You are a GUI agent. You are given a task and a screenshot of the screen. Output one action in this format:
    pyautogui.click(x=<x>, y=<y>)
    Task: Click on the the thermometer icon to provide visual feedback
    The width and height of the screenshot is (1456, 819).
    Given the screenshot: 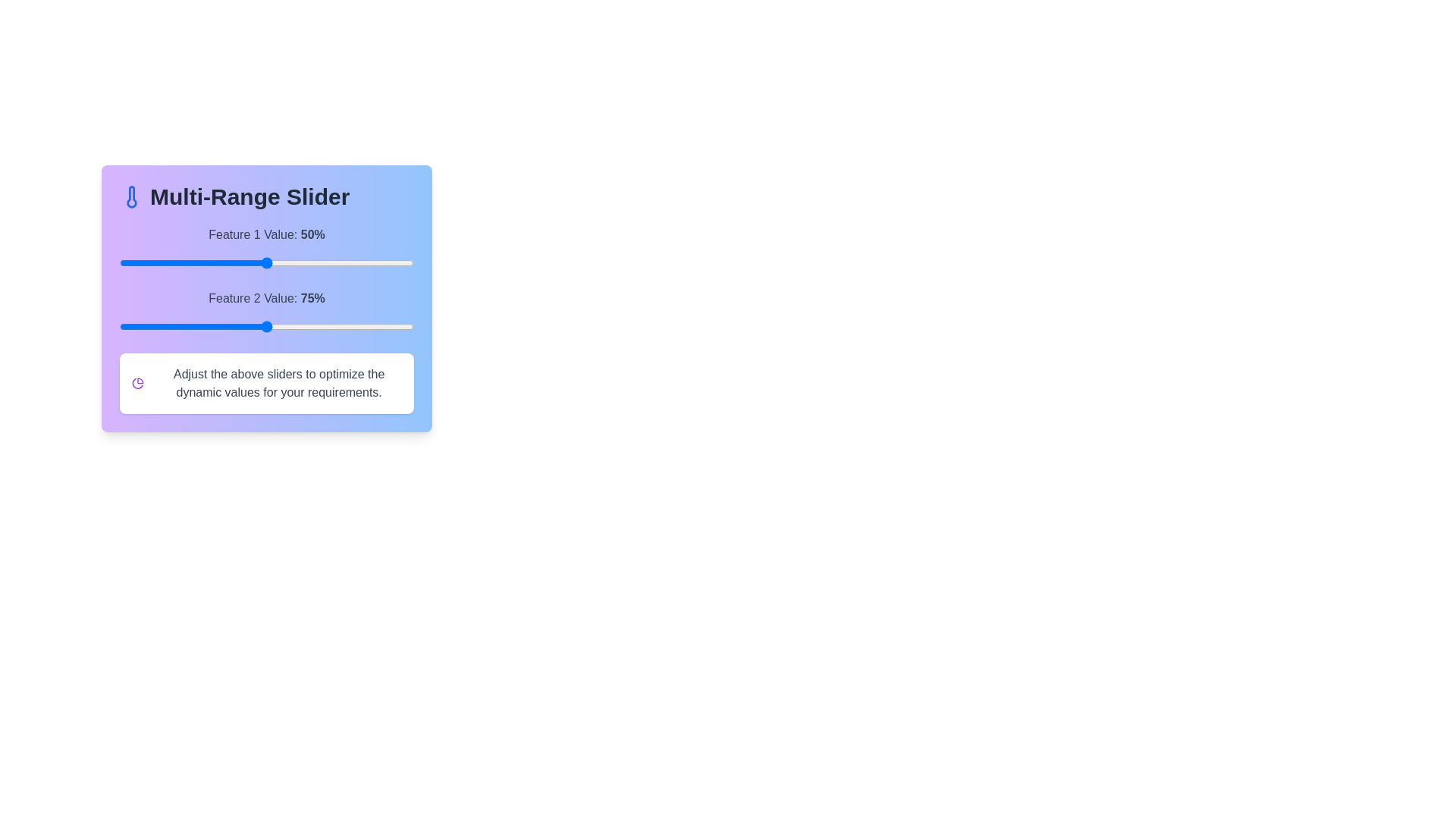 What is the action you would take?
    pyautogui.click(x=131, y=196)
    